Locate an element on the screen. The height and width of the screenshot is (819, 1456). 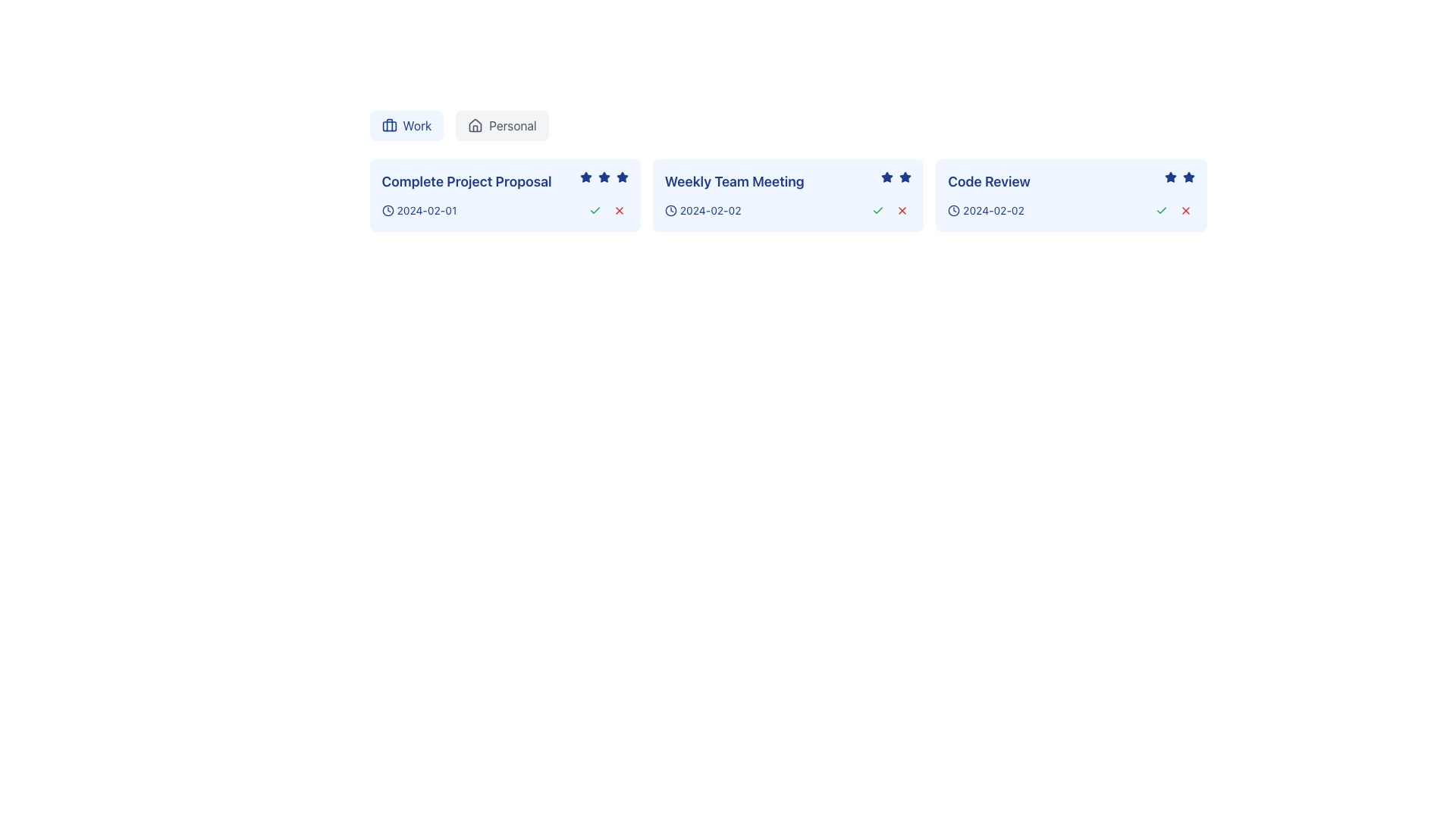
the circular frame of the clock icon representing time in the 'Weekly Team Meeting' card, located in the second column of cards is located at coordinates (670, 210).